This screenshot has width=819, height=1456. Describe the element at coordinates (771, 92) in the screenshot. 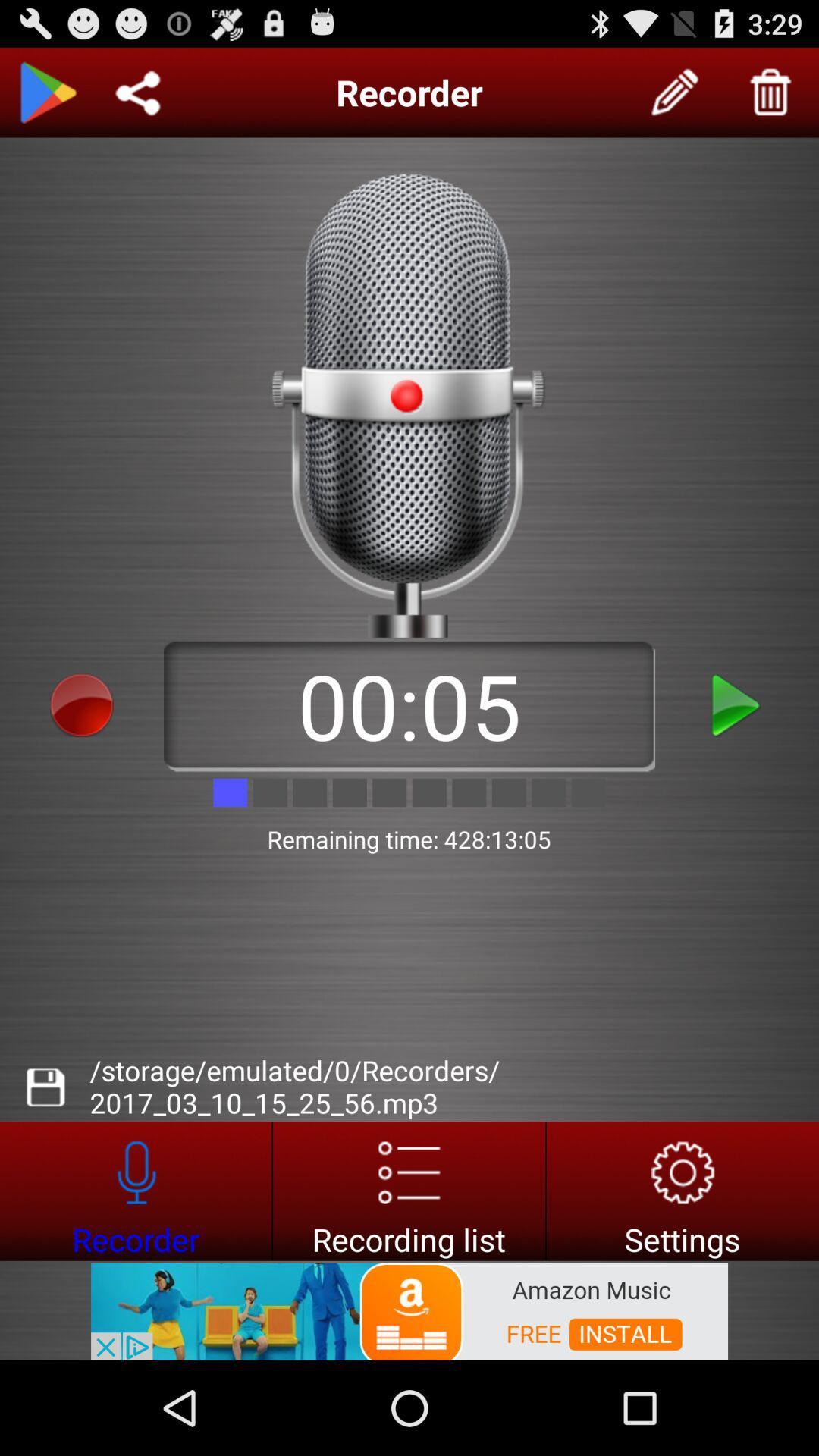

I see `delete this record` at that location.